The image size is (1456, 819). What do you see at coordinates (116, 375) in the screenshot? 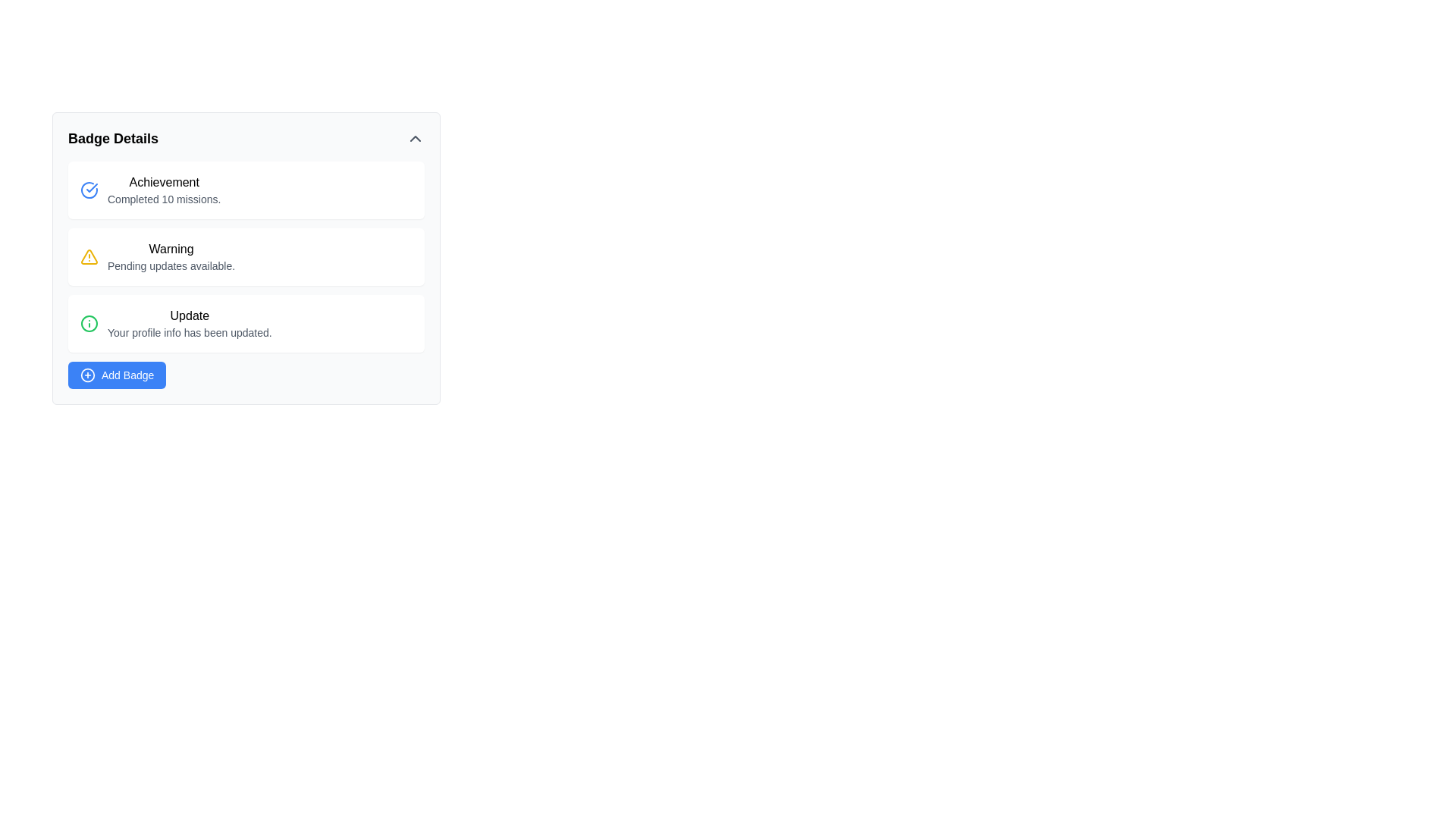
I see `the button located at the bottom of the 'Badge Details' section, directly below the 'Update' card` at bounding box center [116, 375].